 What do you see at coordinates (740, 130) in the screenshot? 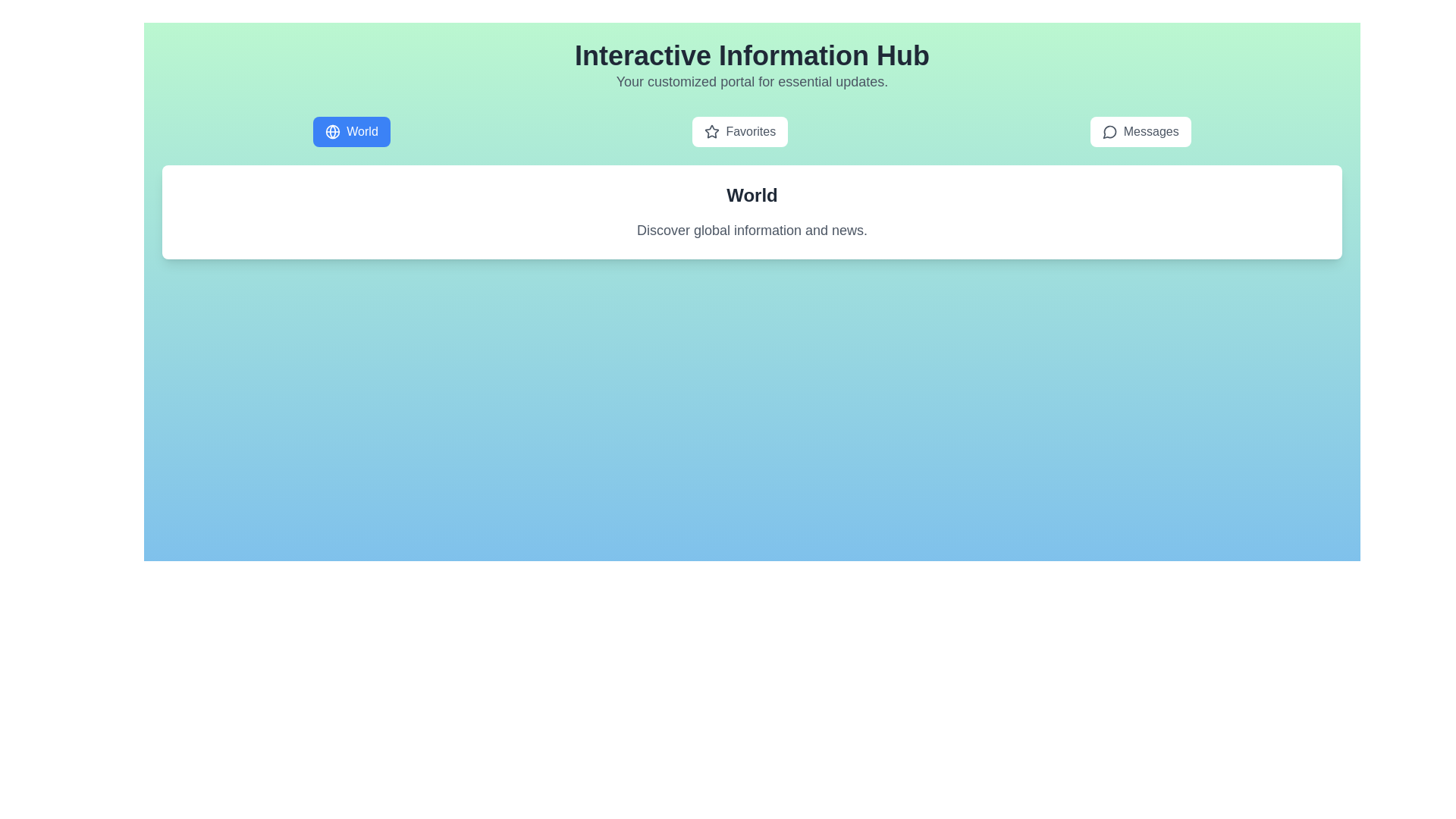
I see `the tab labeled Favorites to observe the hover effect` at bounding box center [740, 130].